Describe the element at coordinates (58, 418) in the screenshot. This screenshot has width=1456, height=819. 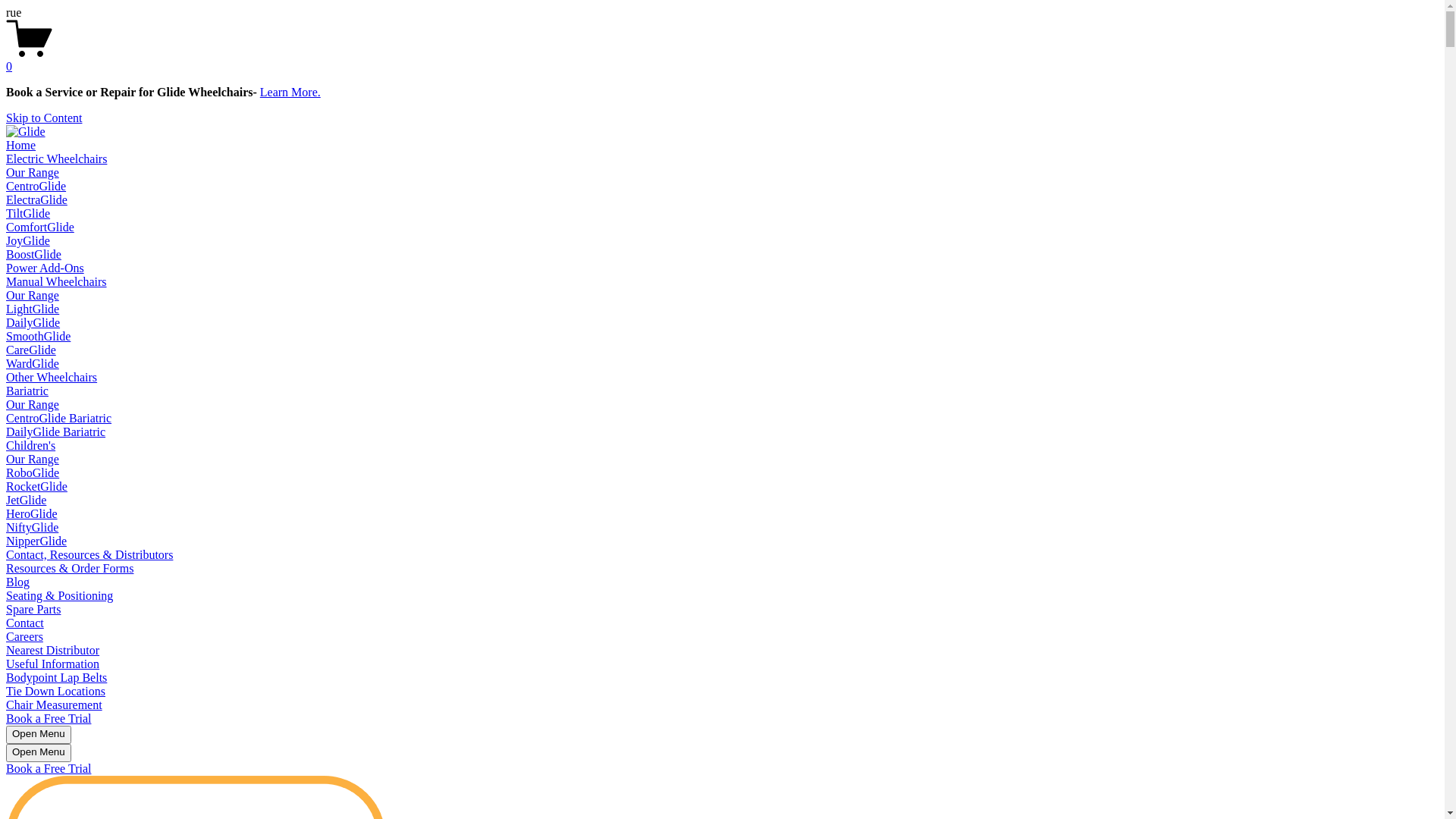
I see `'CentroGlide Bariatric'` at that location.